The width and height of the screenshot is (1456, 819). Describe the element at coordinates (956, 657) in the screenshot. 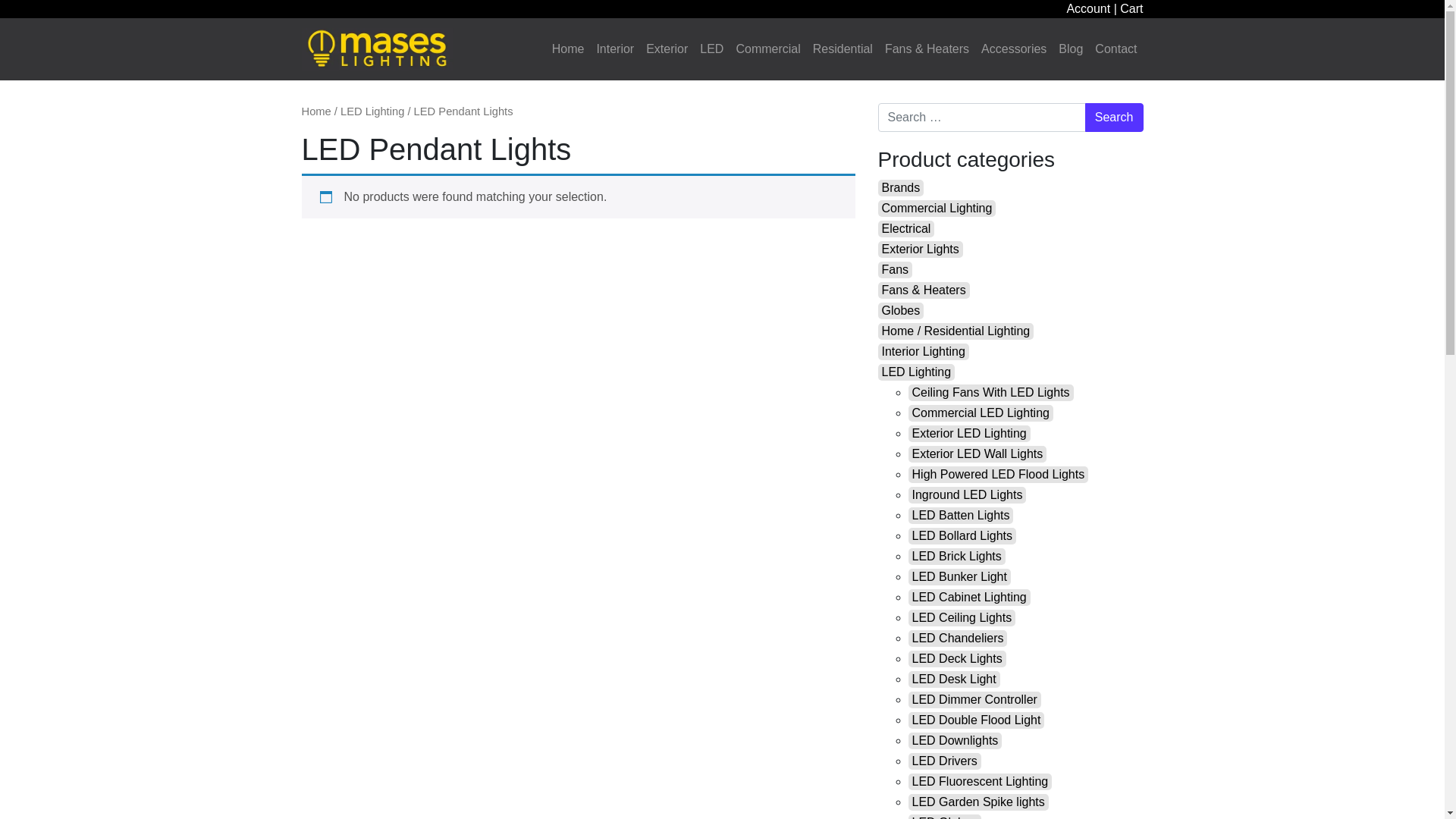

I see `'LED Deck Lights'` at that location.